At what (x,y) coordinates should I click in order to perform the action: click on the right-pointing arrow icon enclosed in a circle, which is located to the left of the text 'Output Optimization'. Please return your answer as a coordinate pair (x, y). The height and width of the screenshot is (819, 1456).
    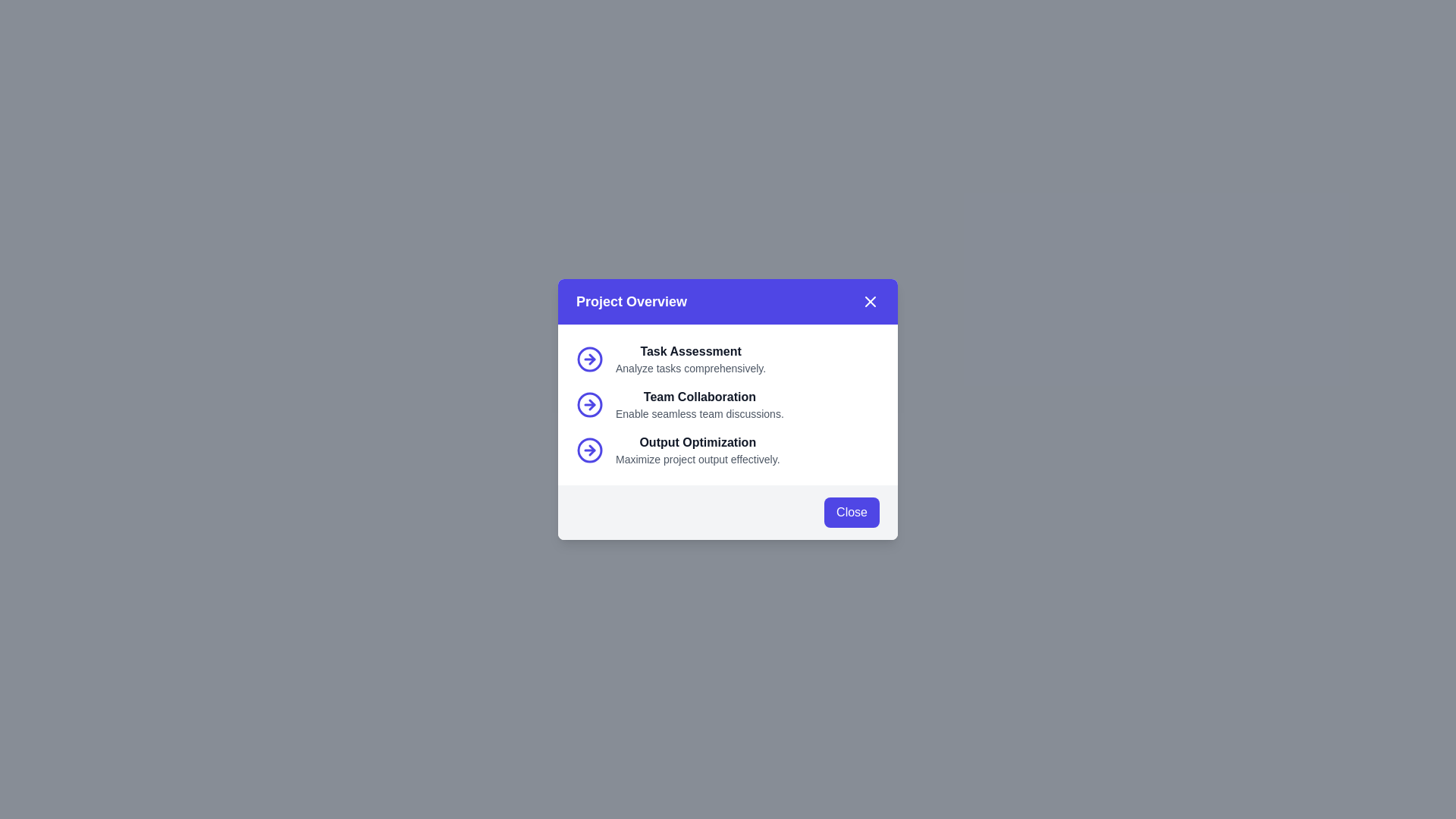
    Looking at the image, I should click on (588, 450).